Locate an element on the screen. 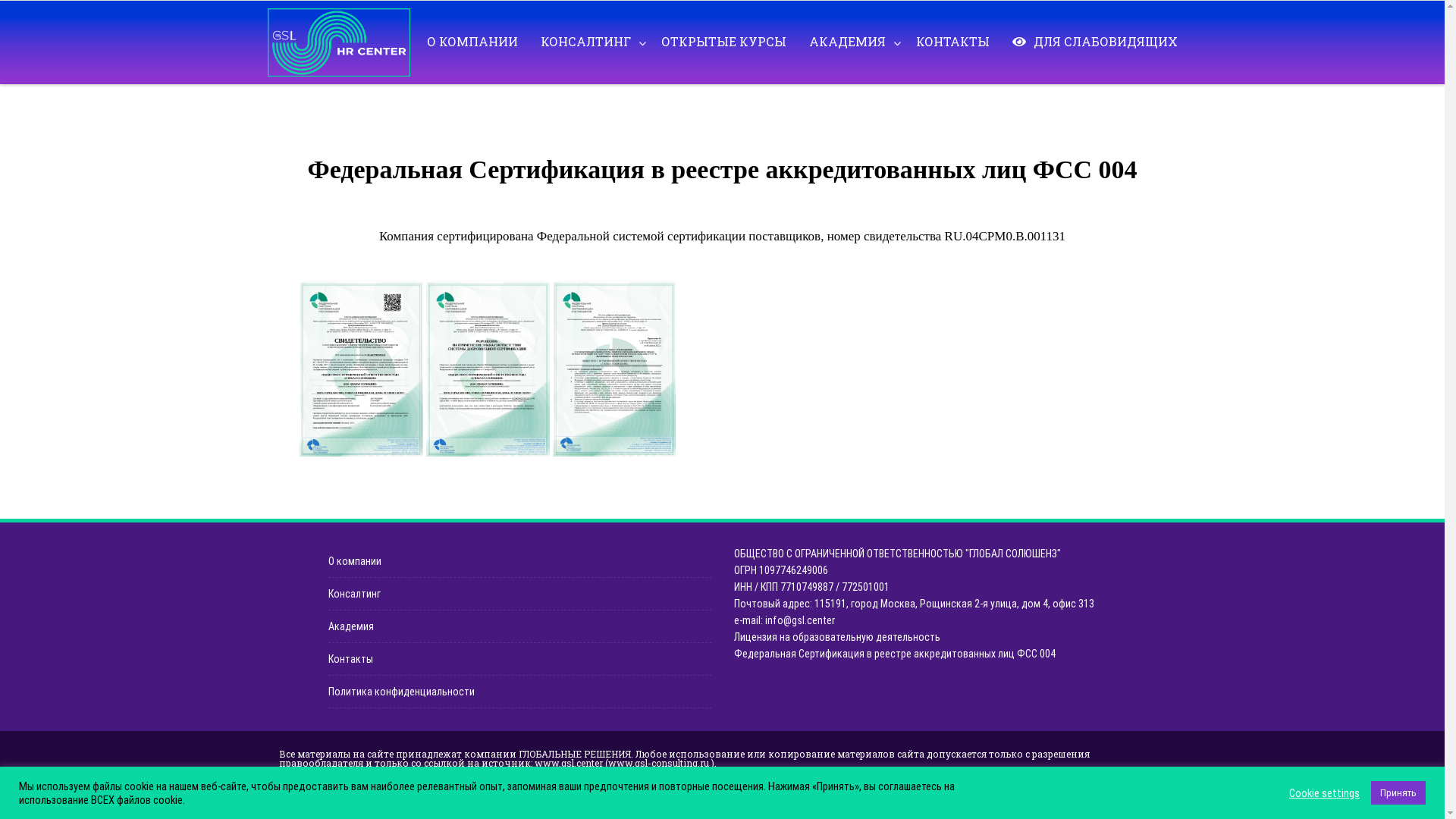 The image size is (1456, 819). 'www.gsl.center' is located at coordinates (566, 763).